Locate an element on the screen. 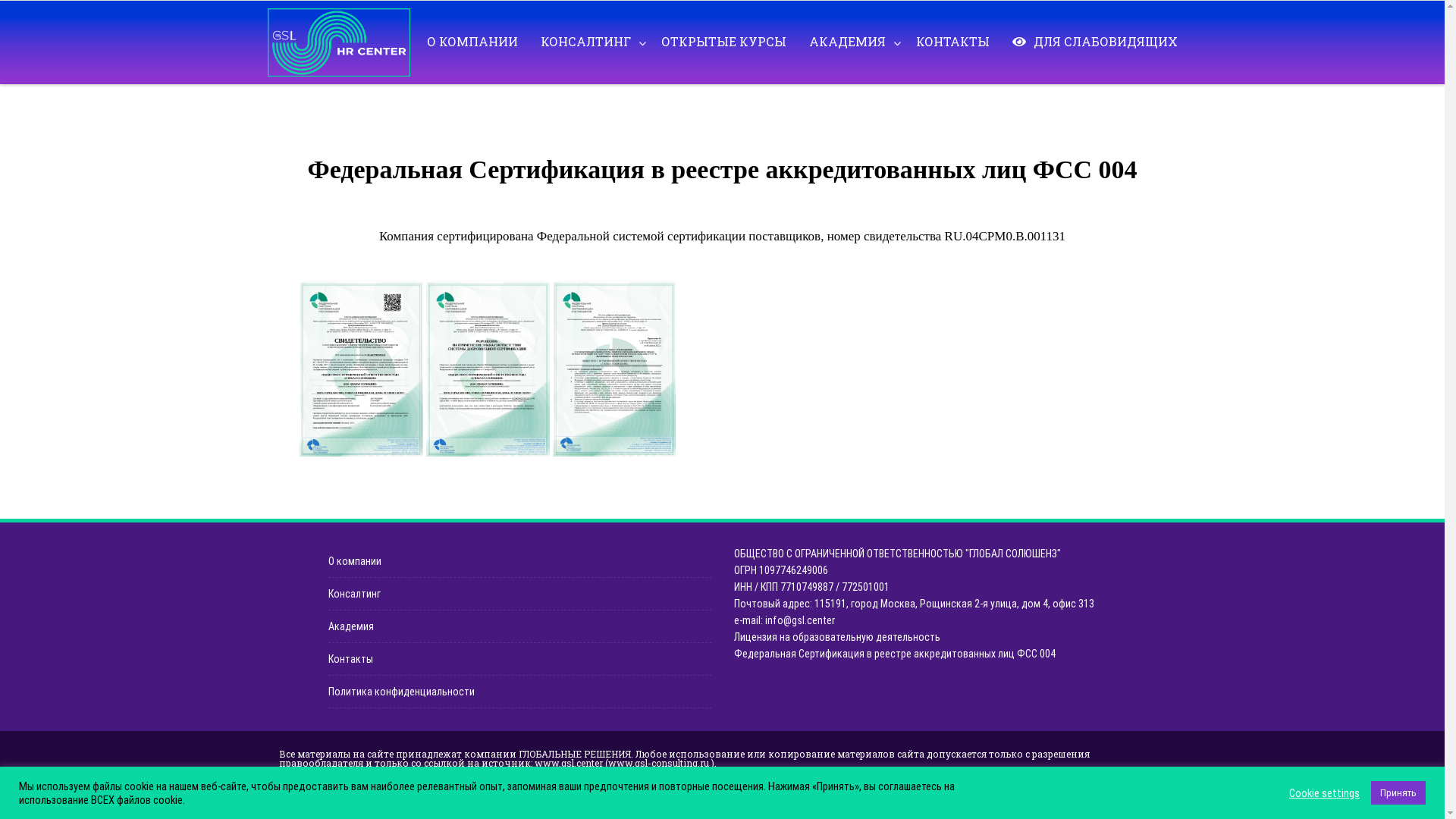 The image size is (1456, 819). 'www.gsl.center' is located at coordinates (566, 763).